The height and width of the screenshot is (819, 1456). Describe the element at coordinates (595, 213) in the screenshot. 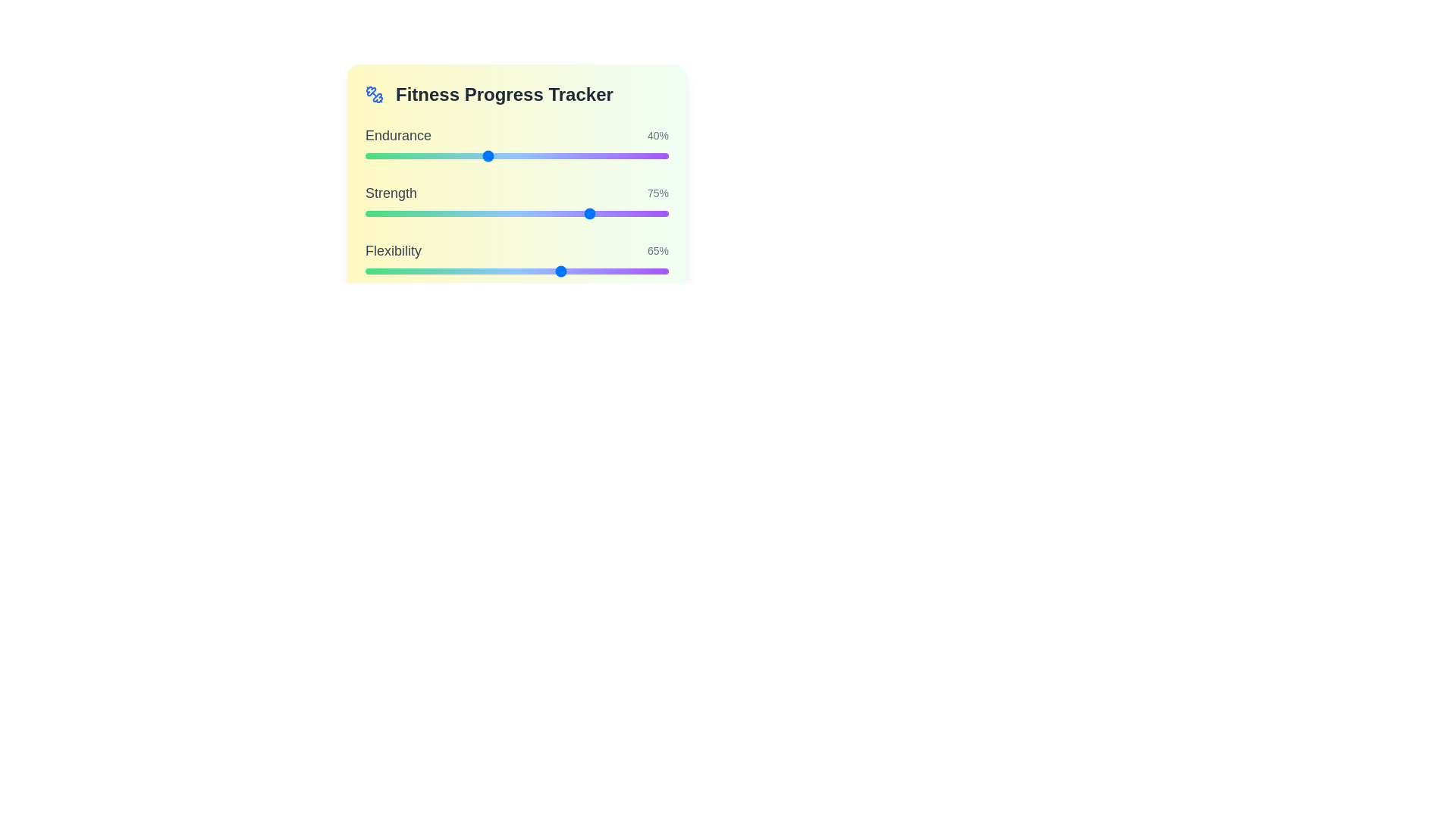

I see `the slider value` at that location.